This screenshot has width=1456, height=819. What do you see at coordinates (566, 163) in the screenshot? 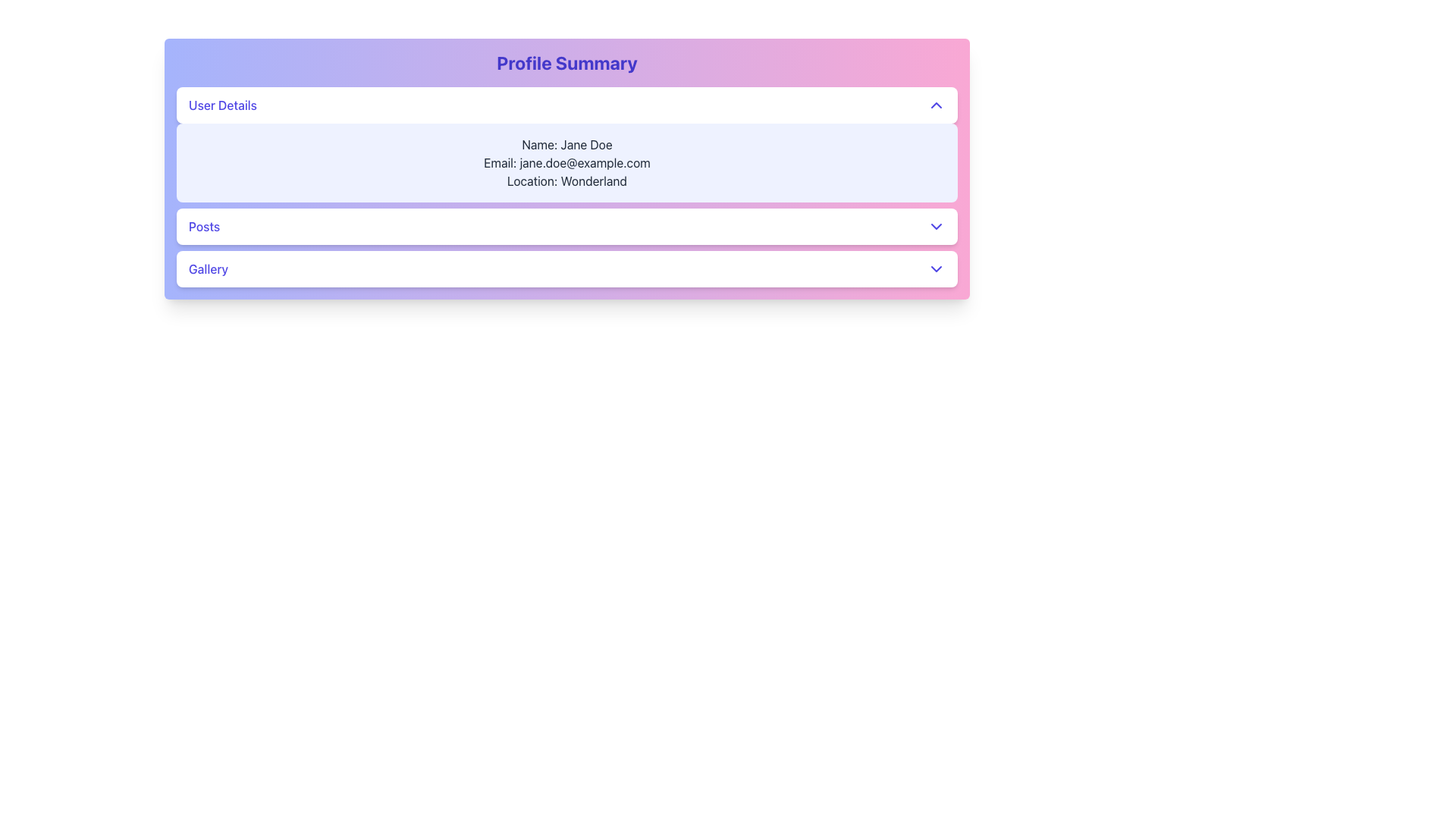
I see `the static text label displaying the email address 'Email: jane.doe@example.com' located in the 'User Details' section` at bounding box center [566, 163].